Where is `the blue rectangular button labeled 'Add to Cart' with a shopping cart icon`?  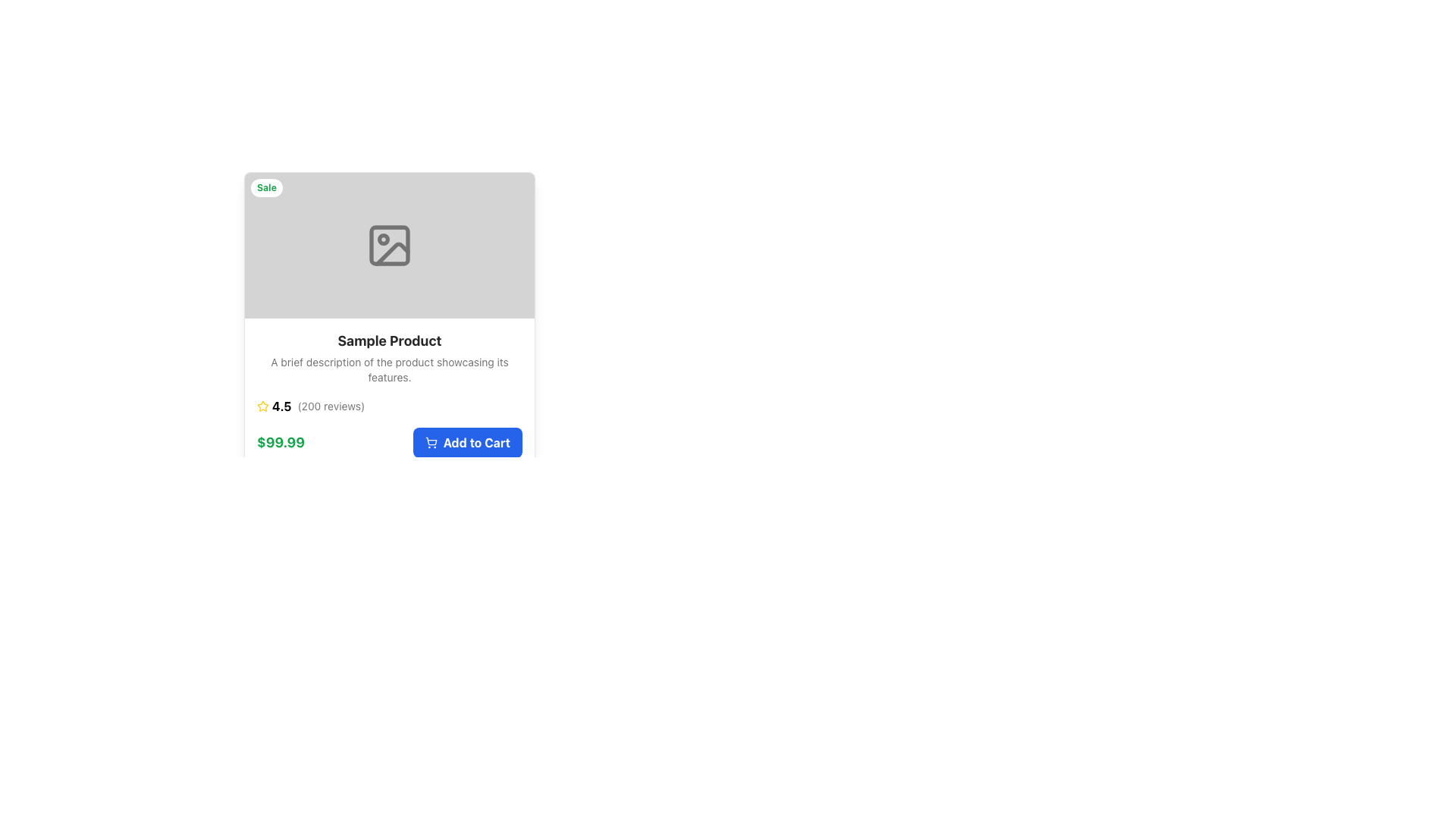
the blue rectangular button labeled 'Add to Cart' with a shopping cart icon is located at coordinates (466, 442).